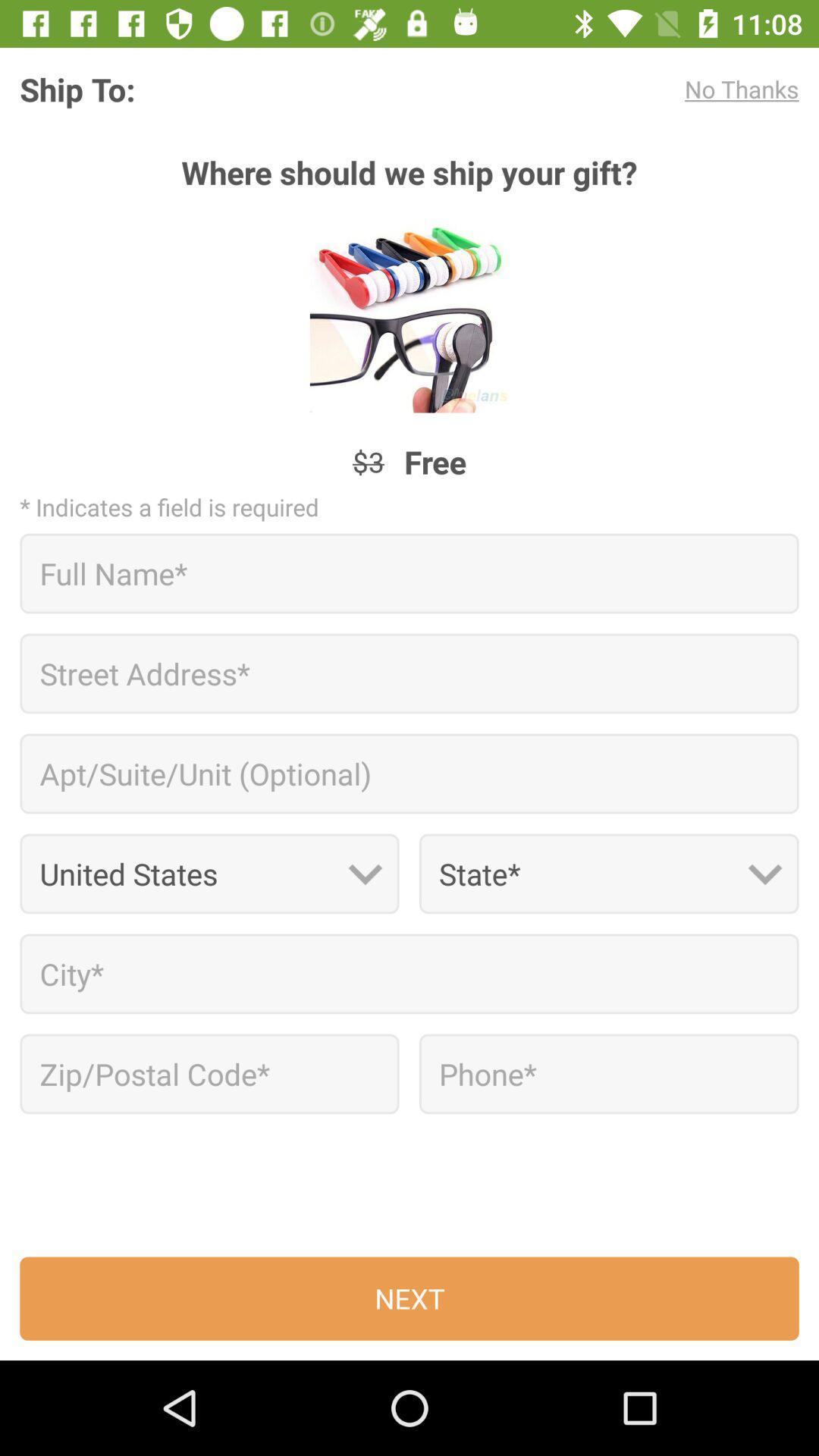  Describe the element at coordinates (608, 1073) in the screenshot. I see `phone number box` at that location.